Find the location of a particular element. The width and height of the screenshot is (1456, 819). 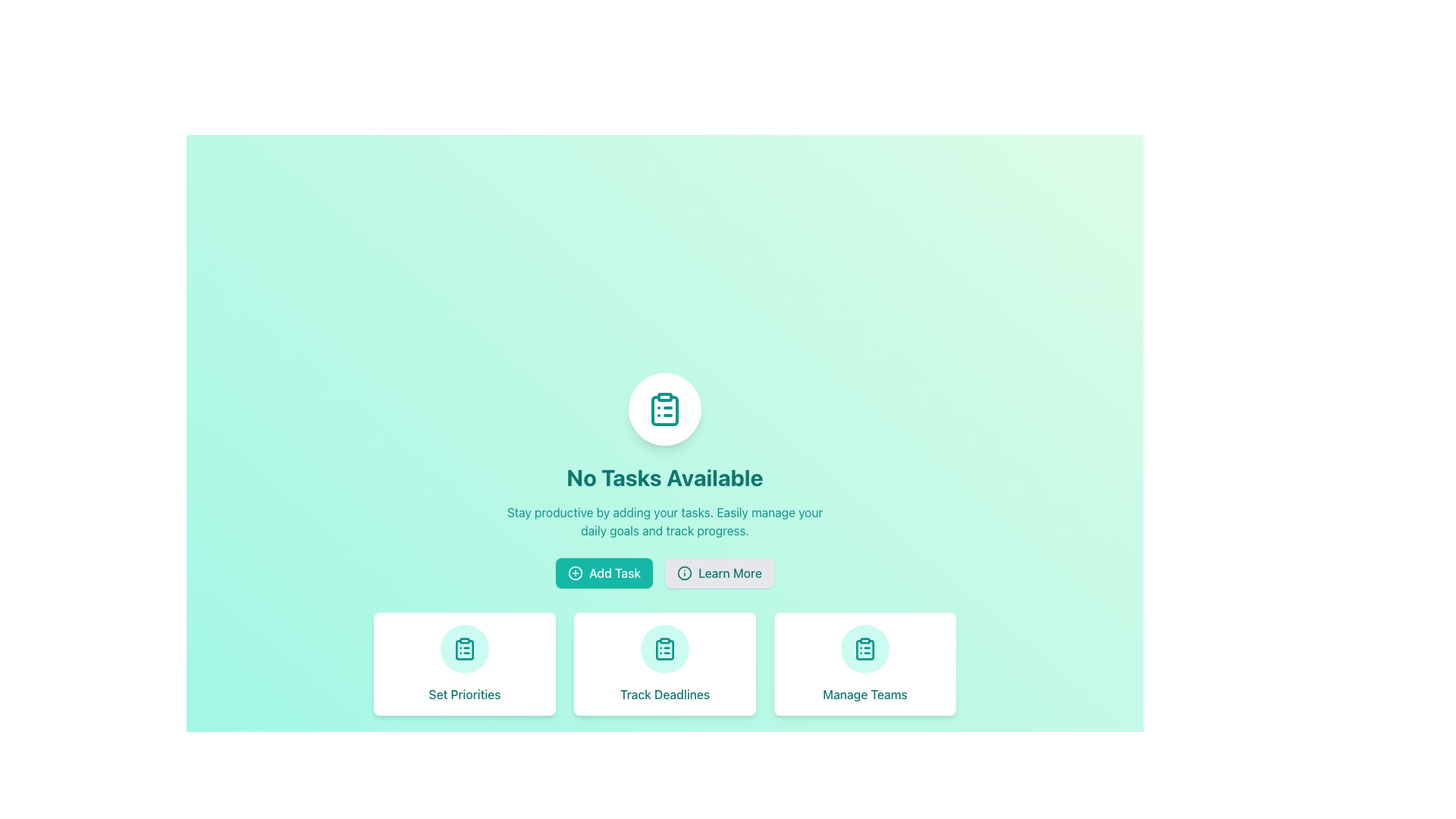

the circular icon component that represents the 'Add Task' functionality, located to the left of the 'Add Task' button beneath 'No Tasks Available' is located at coordinates (575, 573).